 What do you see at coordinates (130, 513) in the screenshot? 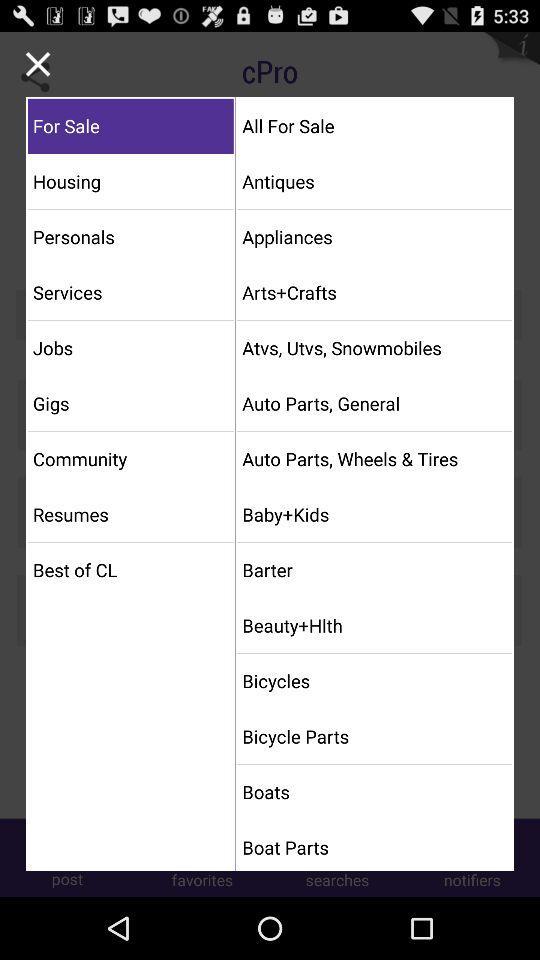
I see `the app above best of cl` at bounding box center [130, 513].